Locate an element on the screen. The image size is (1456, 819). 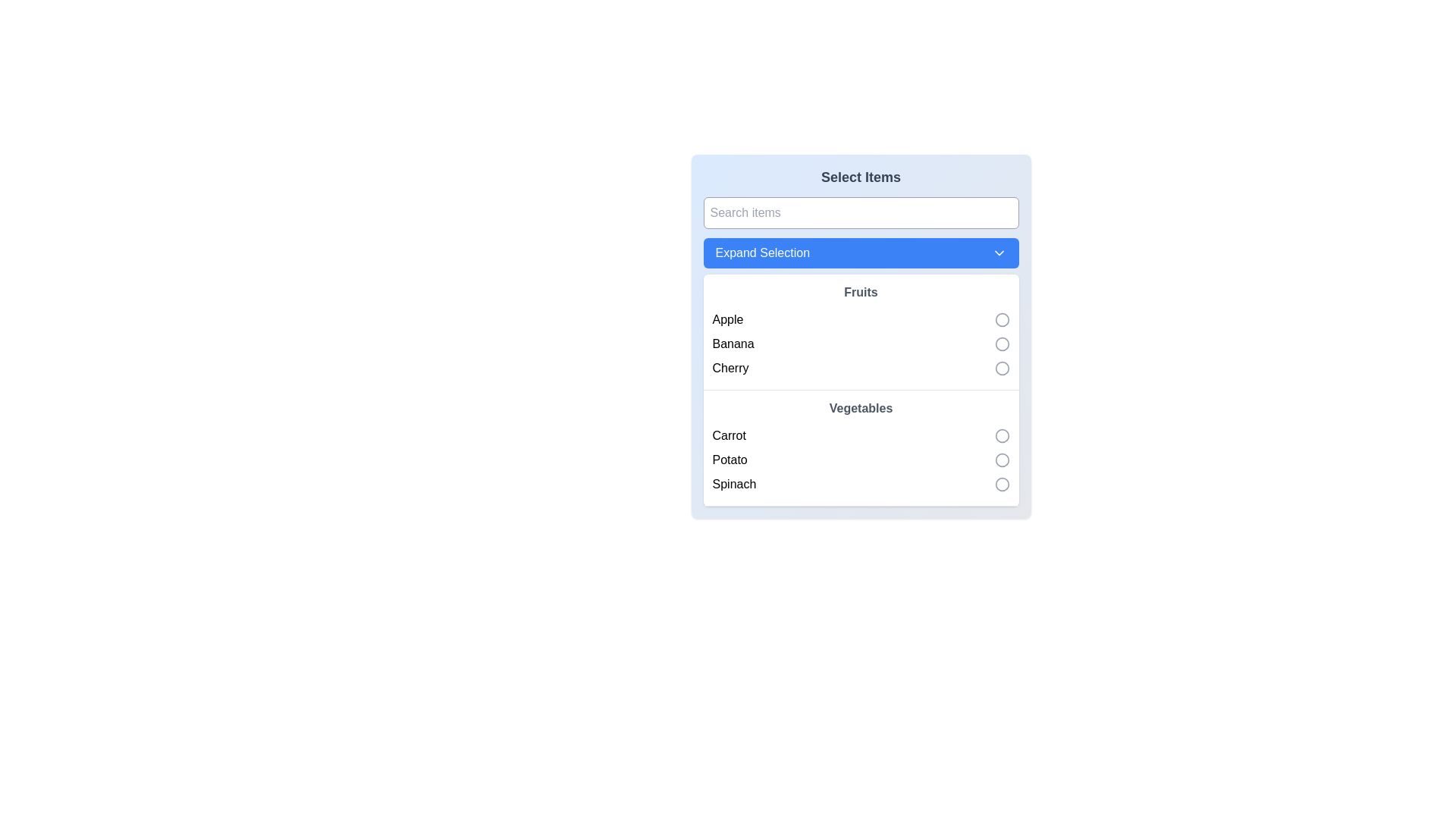
the selectable list item labeled 'Spinach' for keyboard navigation is located at coordinates (861, 485).